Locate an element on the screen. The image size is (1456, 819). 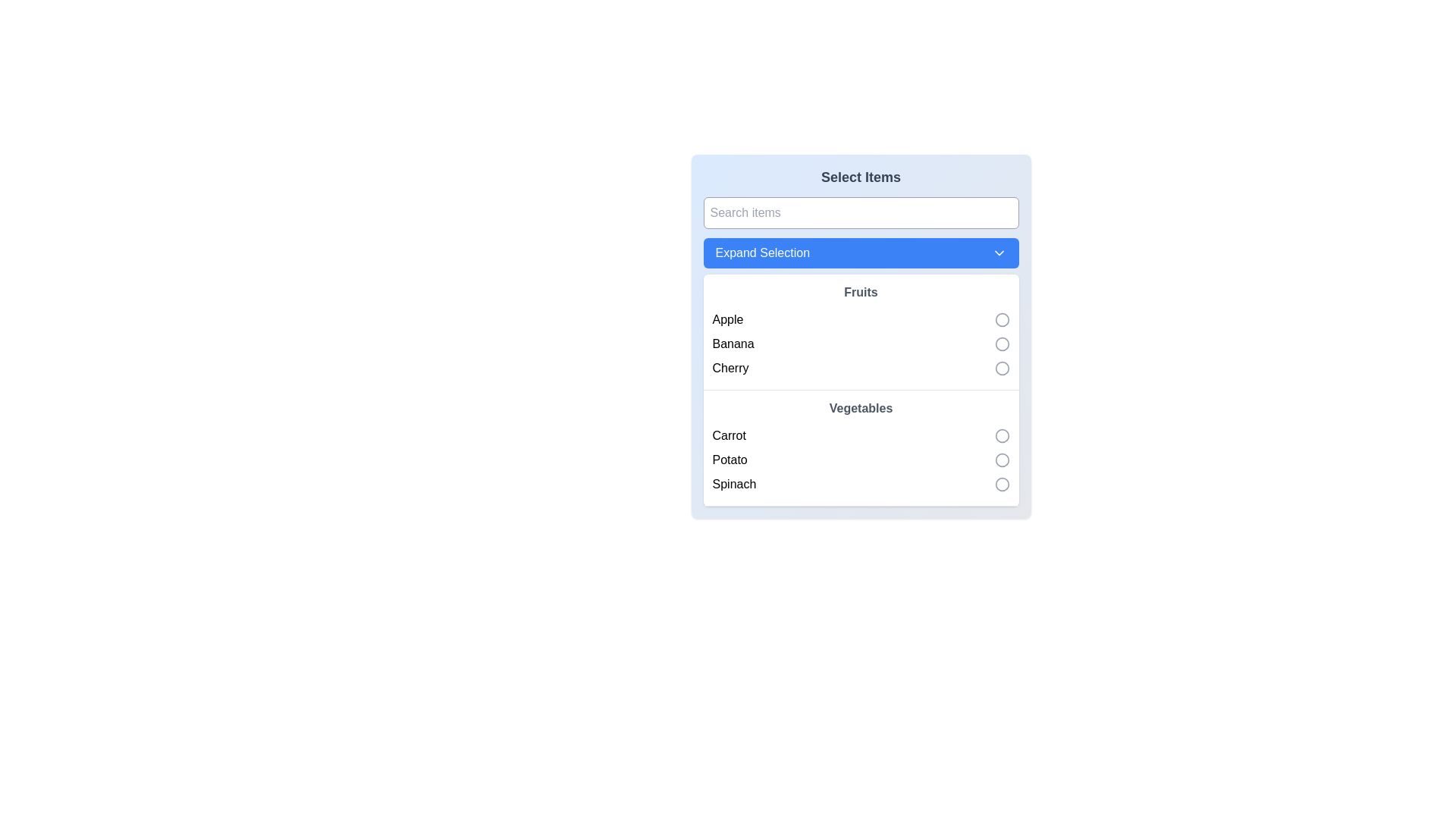
the selectable list item labeled 'Spinach' for keyboard navigation is located at coordinates (861, 485).